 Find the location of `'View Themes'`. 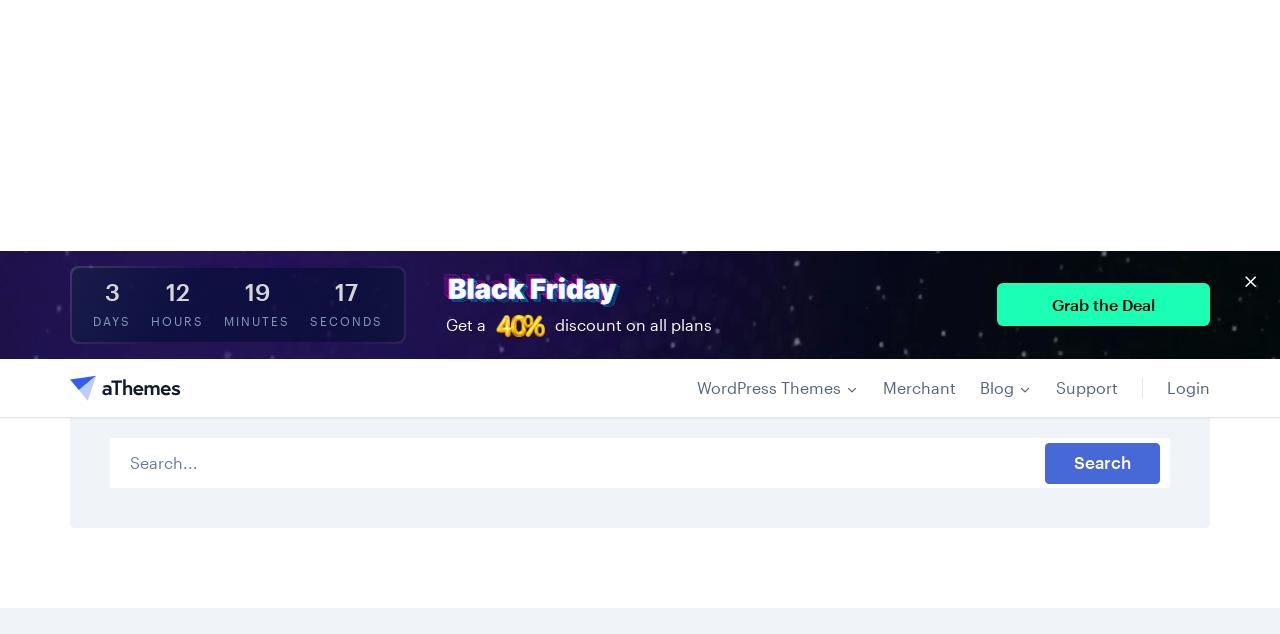

'View Themes' is located at coordinates (156, 402).